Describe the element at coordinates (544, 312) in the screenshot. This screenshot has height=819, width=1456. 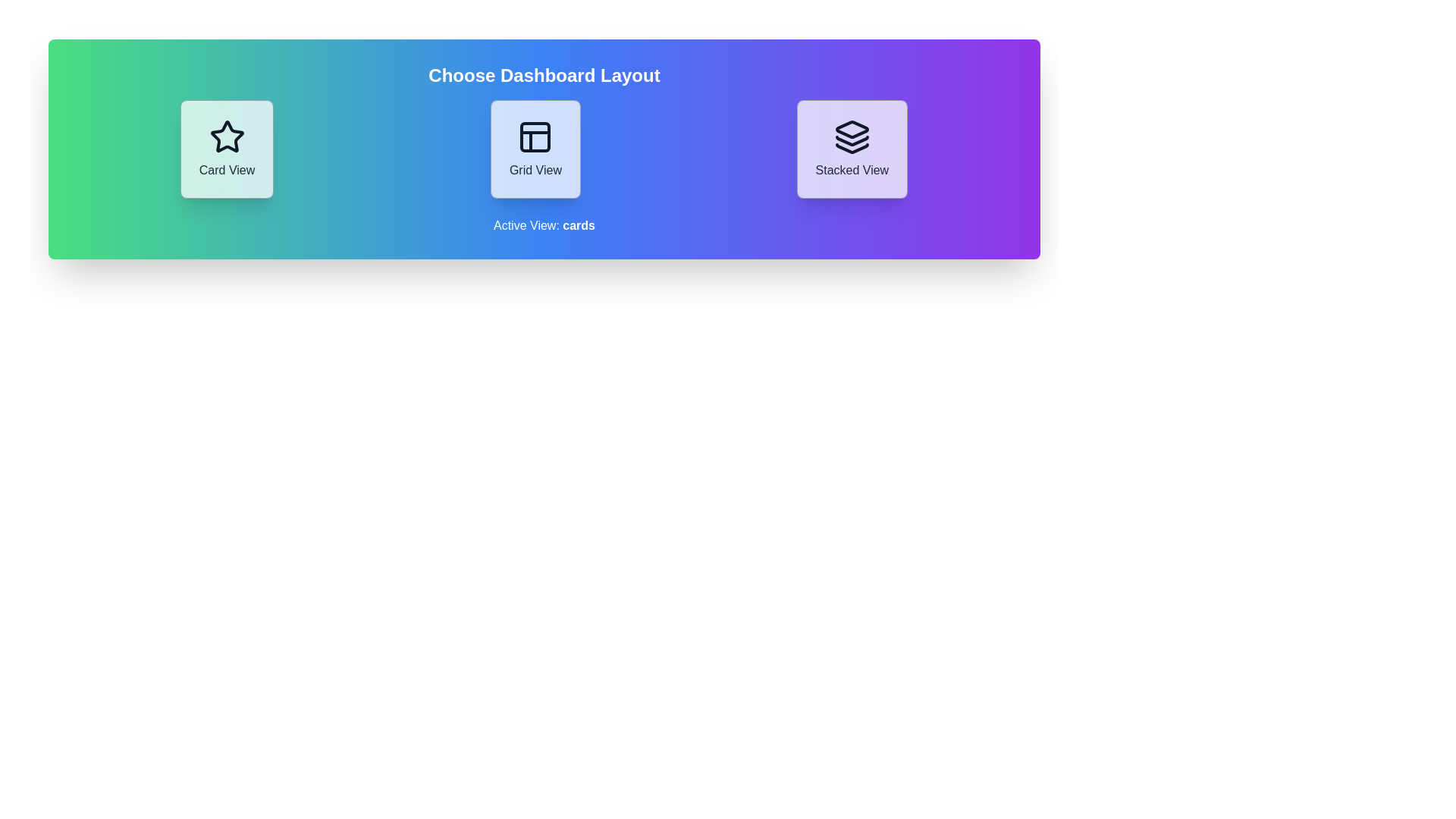
I see `the background area of the component` at that location.